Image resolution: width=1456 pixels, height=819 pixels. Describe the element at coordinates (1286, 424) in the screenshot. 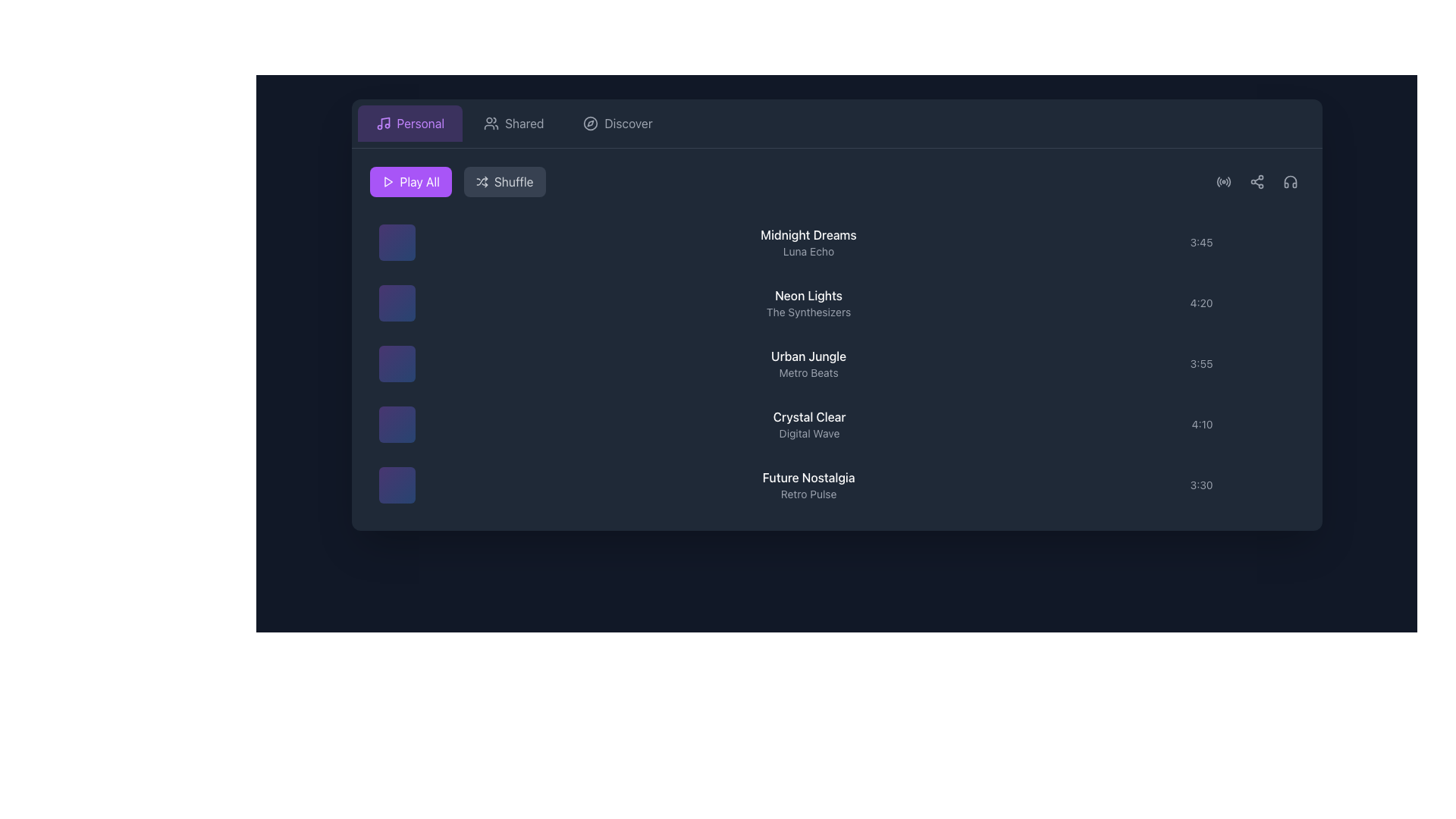

I see `the ellipsis button located to the right of the timestamp '4:10'` at that location.